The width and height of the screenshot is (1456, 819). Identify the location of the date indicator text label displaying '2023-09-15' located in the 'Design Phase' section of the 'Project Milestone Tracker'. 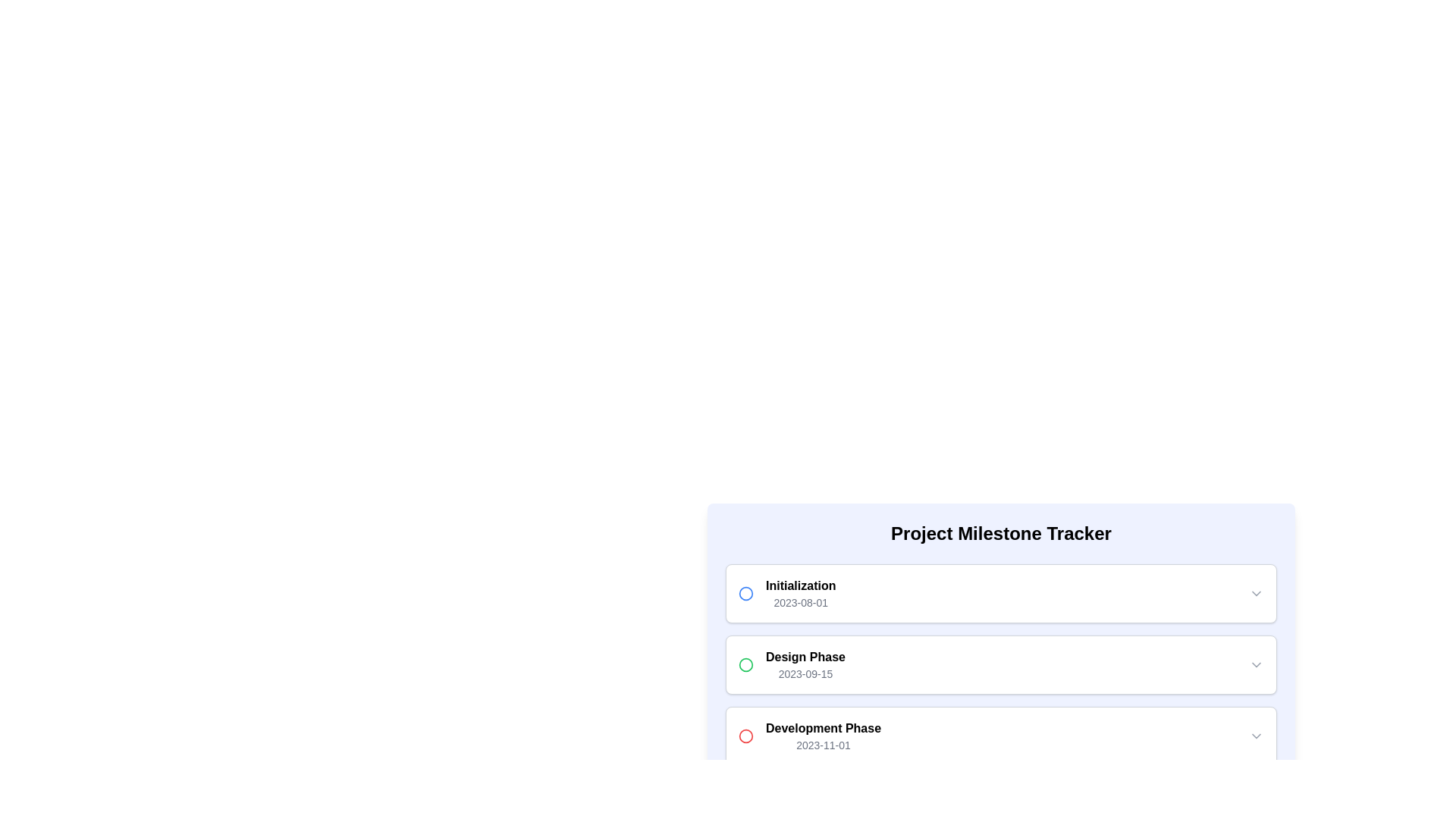
(805, 673).